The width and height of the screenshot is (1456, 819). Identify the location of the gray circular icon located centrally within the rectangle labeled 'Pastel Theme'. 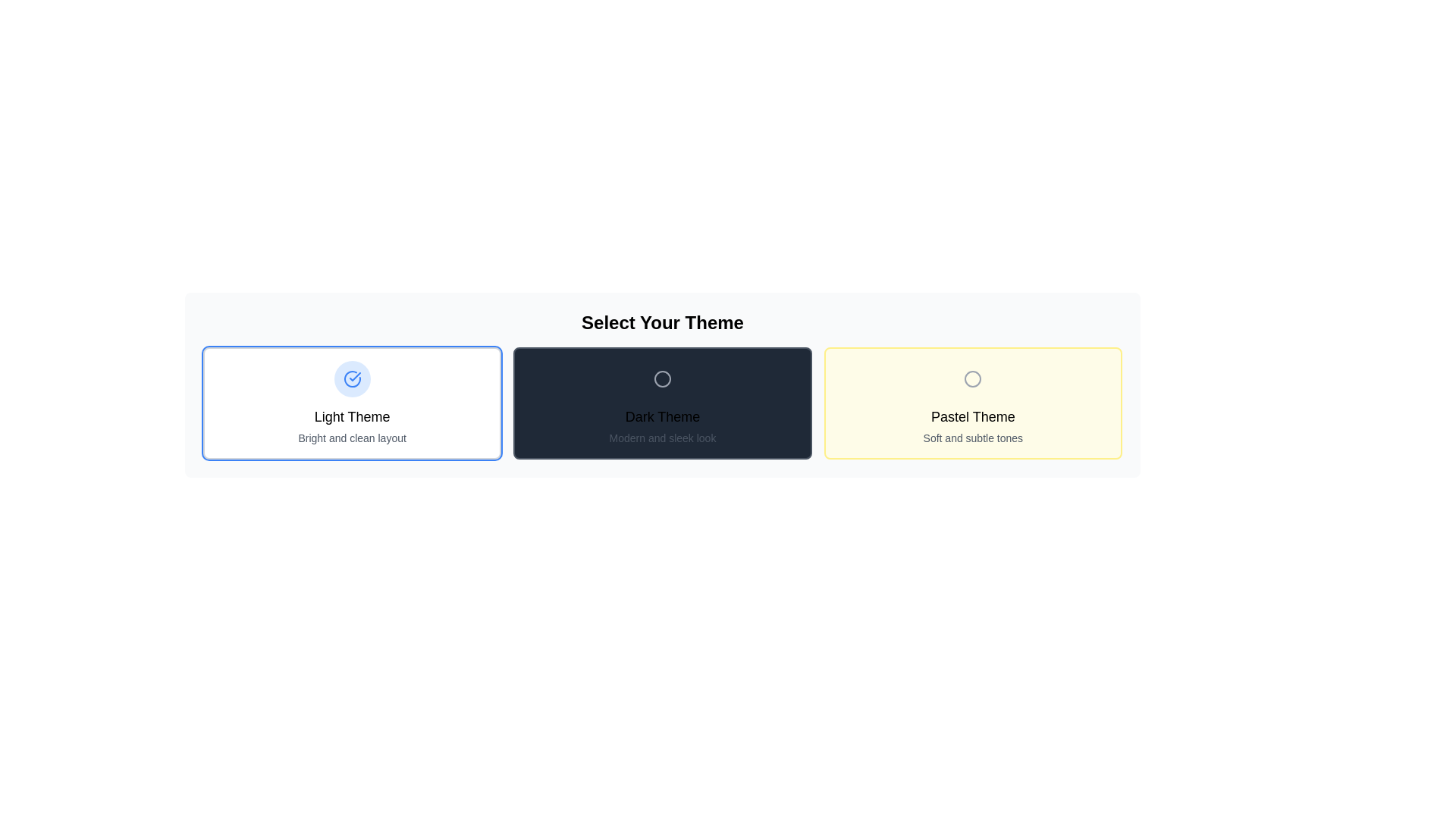
(973, 378).